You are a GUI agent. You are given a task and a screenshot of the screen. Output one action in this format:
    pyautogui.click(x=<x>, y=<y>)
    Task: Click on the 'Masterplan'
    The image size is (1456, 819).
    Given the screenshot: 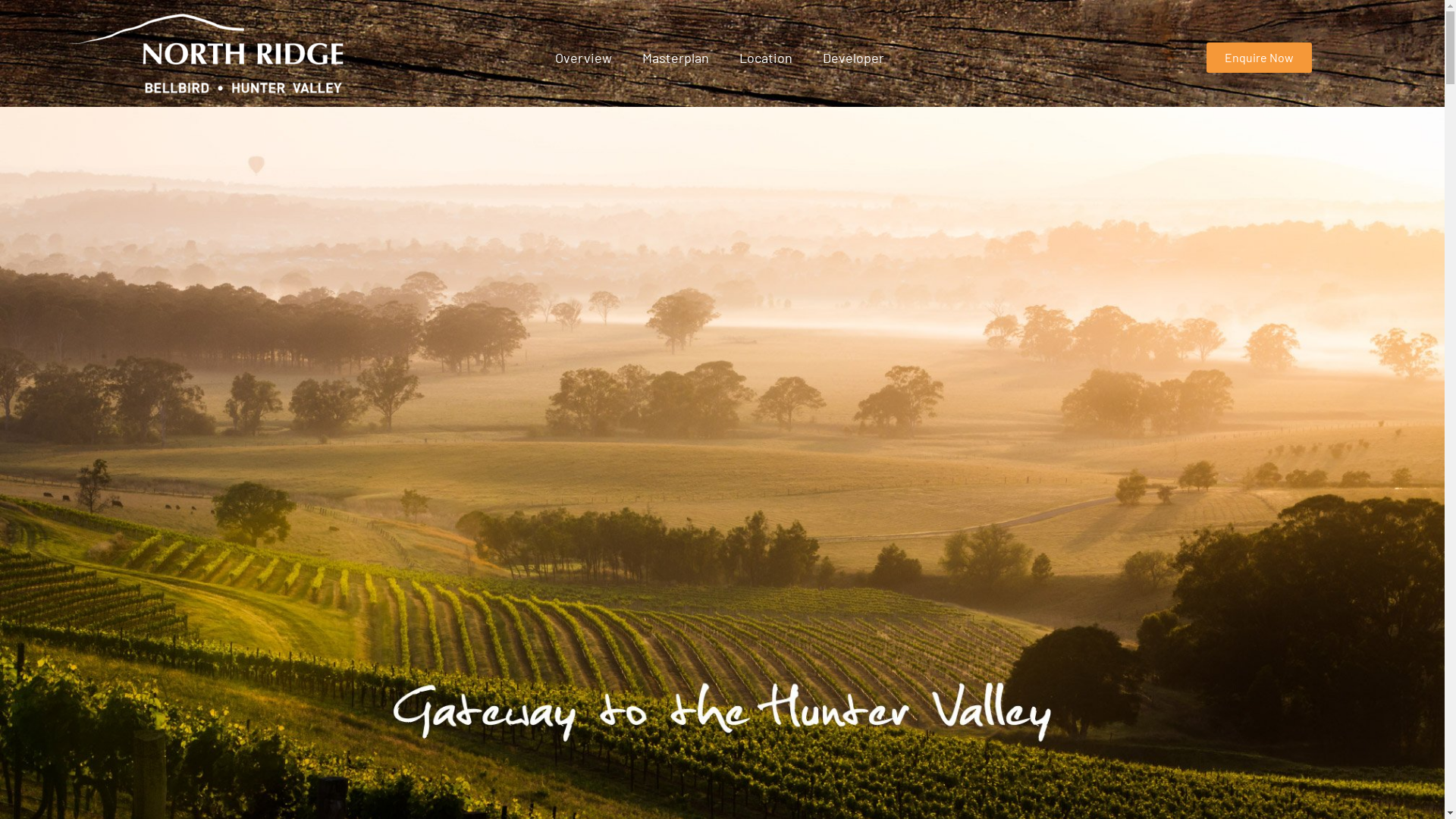 What is the action you would take?
    pyautogui.click(x=675, y=57)
    